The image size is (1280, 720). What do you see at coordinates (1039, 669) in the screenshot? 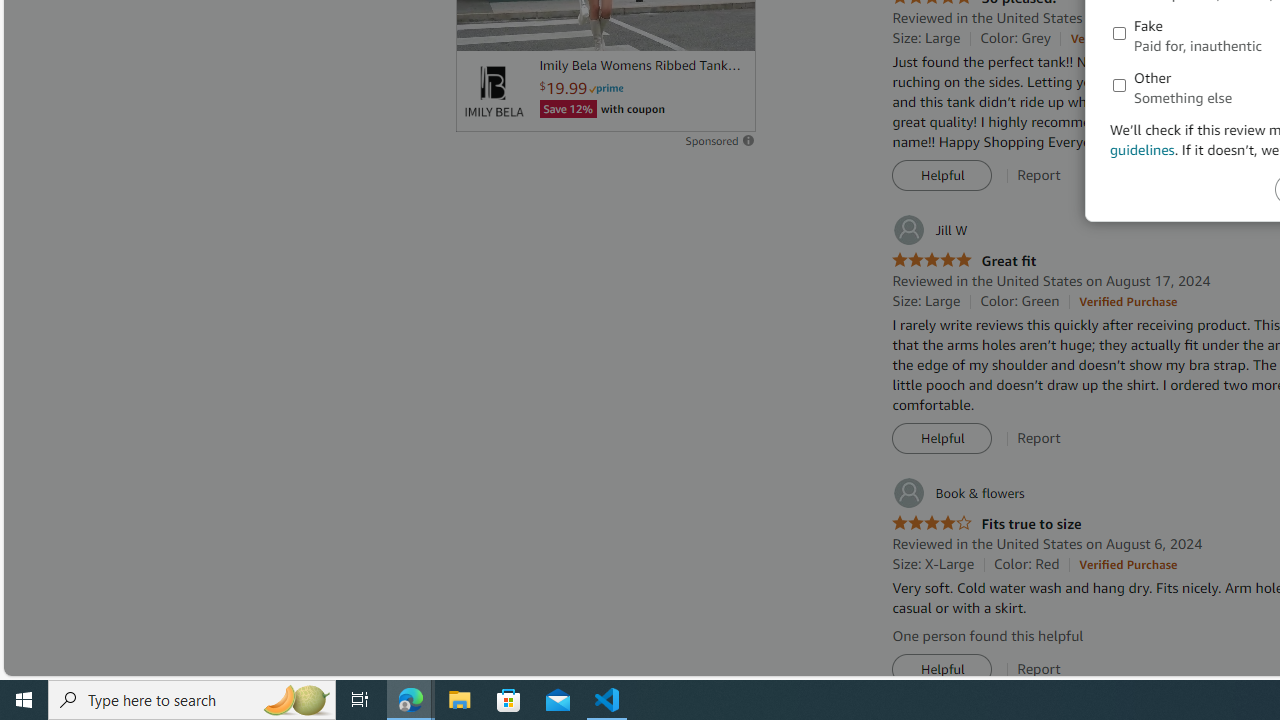
I see `'Report'` at bounding box center [1039, 669].